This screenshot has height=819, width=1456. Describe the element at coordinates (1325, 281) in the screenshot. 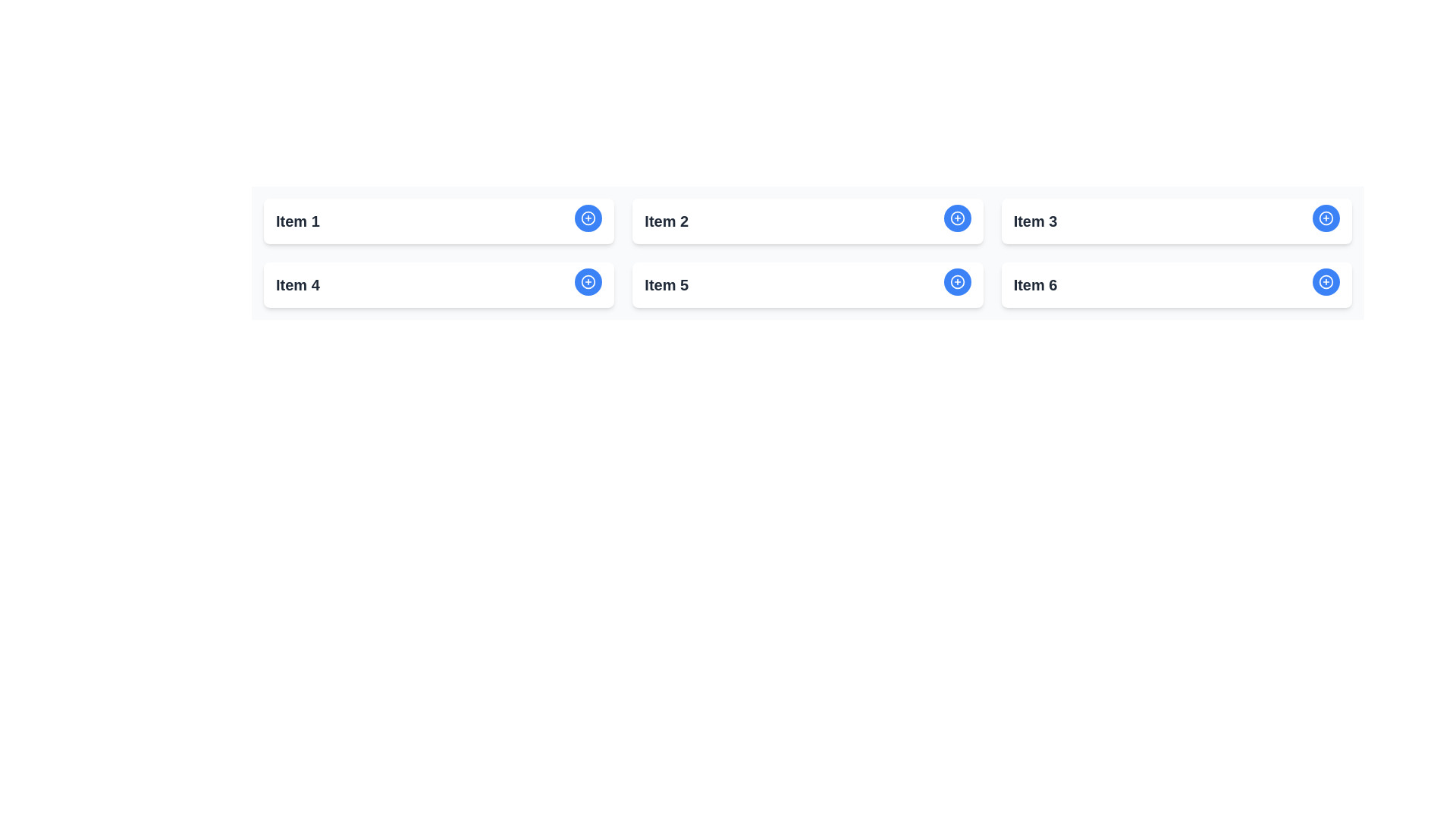

I see `the circular blue button with a white plus symbol located in the bottom-right of the 'Item 6' card` at that location.